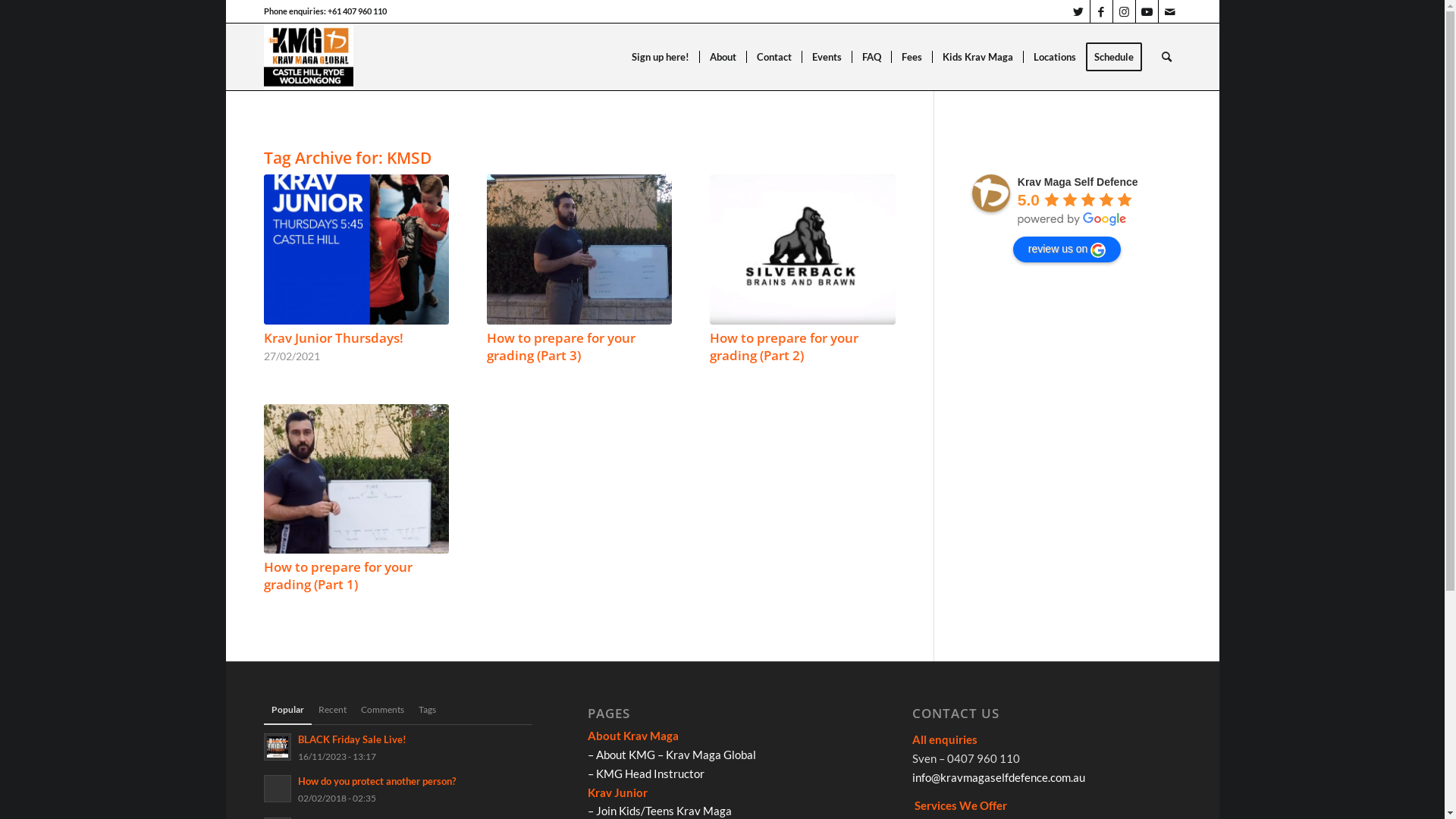 This screenshot has height=819, width=1456. Describe the element at coordinates (722, 55) in the screenshot. I see `'About'` at that location.